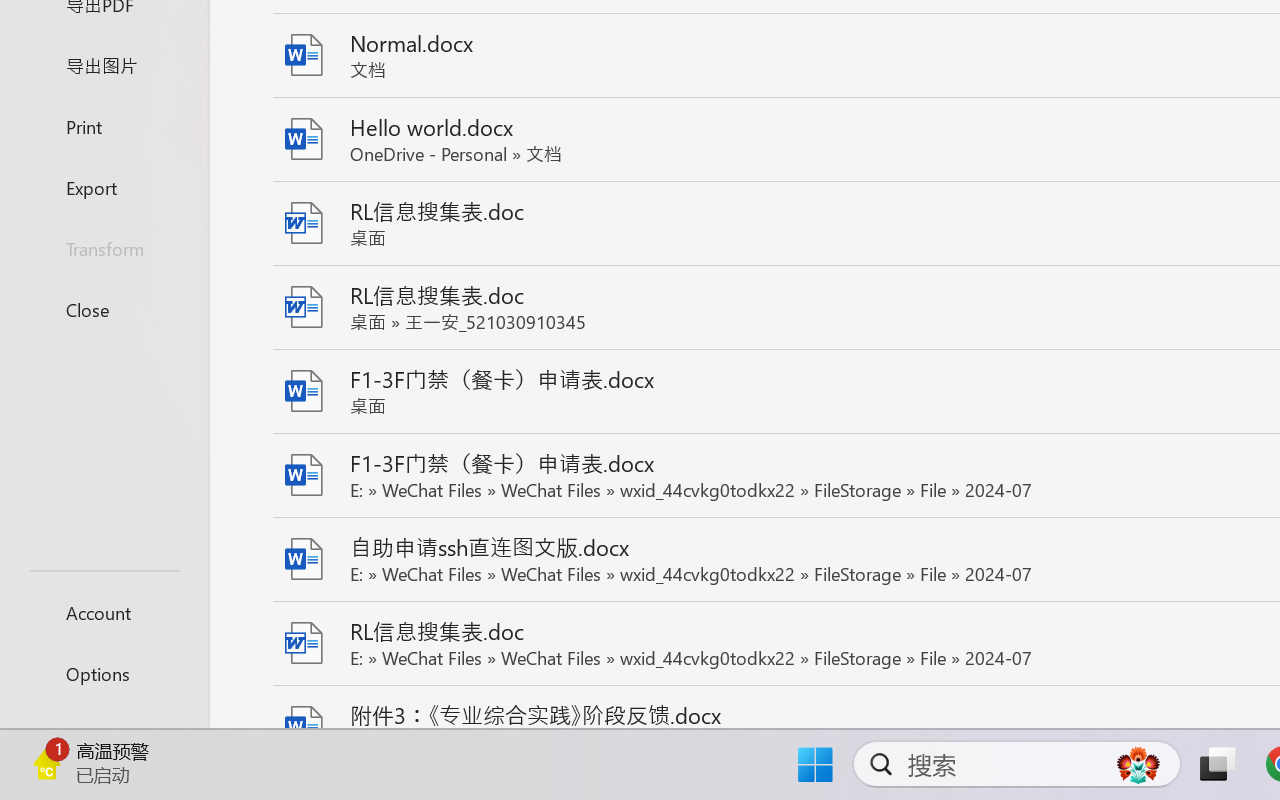 The image size is (1280, 800). What do you see at coordinates (103, 186) in the screenshot?
I see `'Export'` at bounding box center [103, 186].